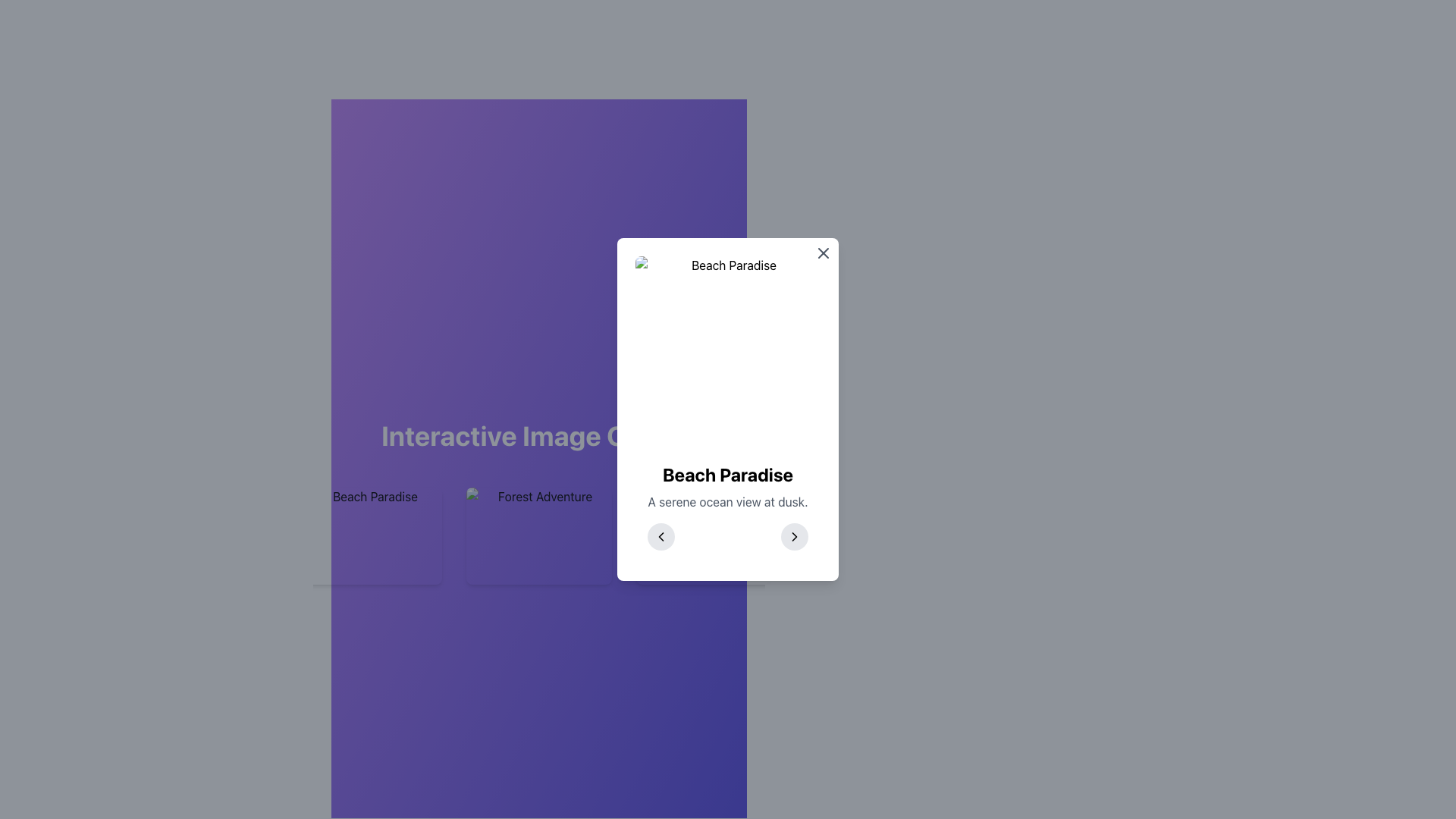 The height and width of the screenshot is (819, 1456). What do you see at coordinates (793, 536) in the screenshot?
I see `the circular button with a gray background and right arrow icon` at bounding box center [793, 536].